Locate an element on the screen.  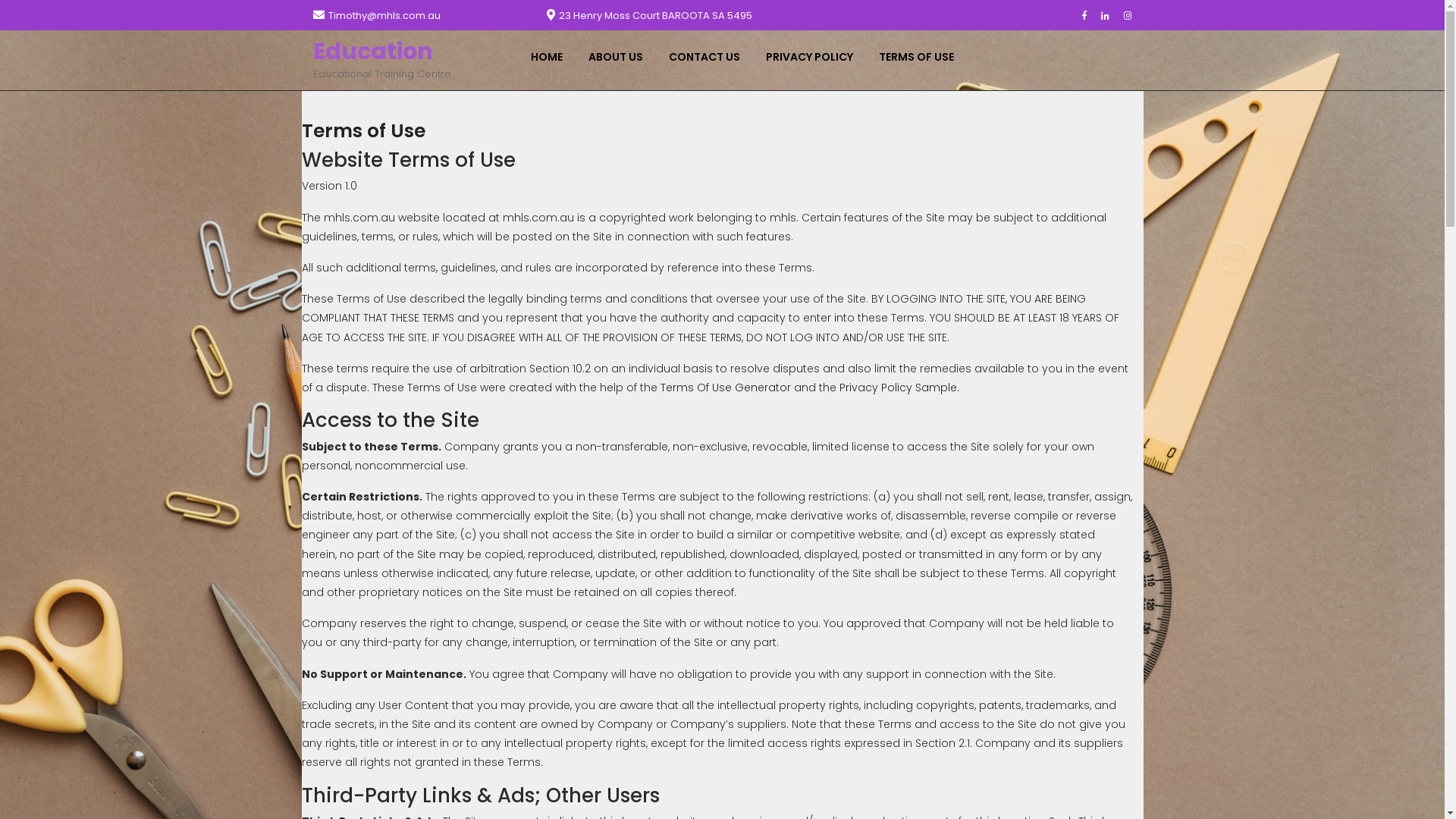
'Linkedin' is located at coordinates (1110, 14).